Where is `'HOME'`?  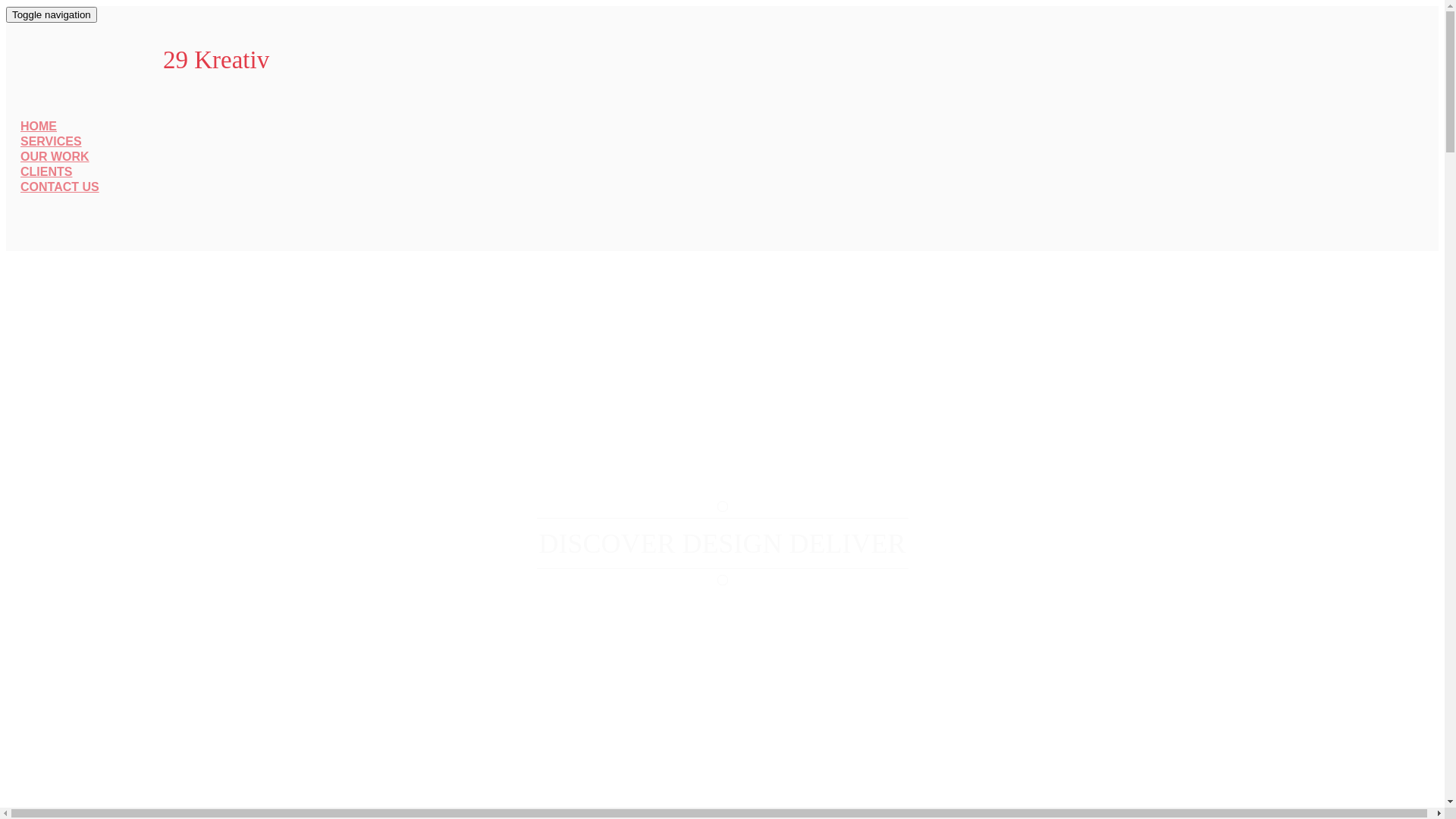
'HOME' is located at coordinates (39, 125).